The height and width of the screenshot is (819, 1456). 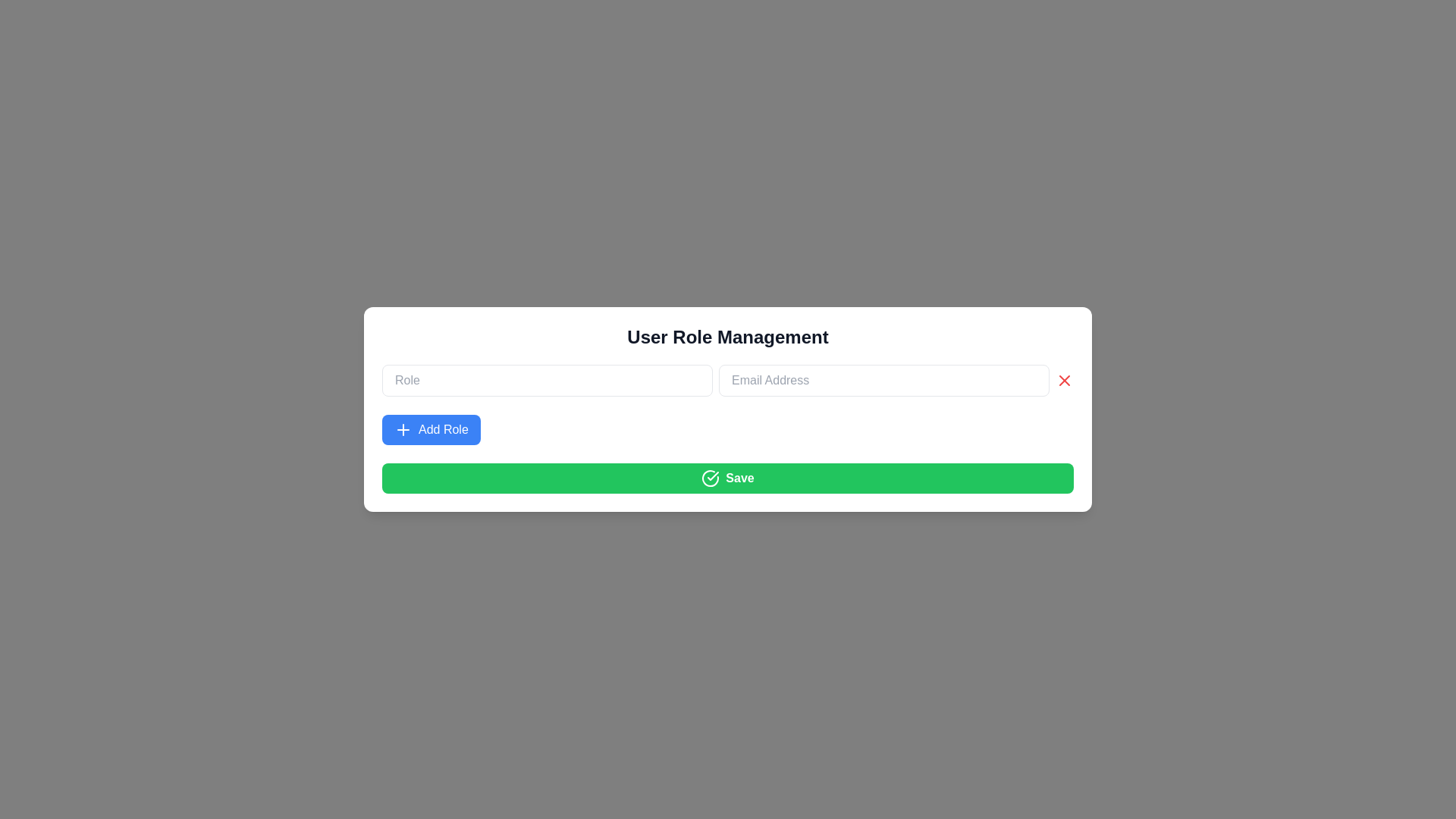 I want to click on the cross icon located at the far right end of the 'Email Address' input field to clear the input, so click(x=1063, y=379).